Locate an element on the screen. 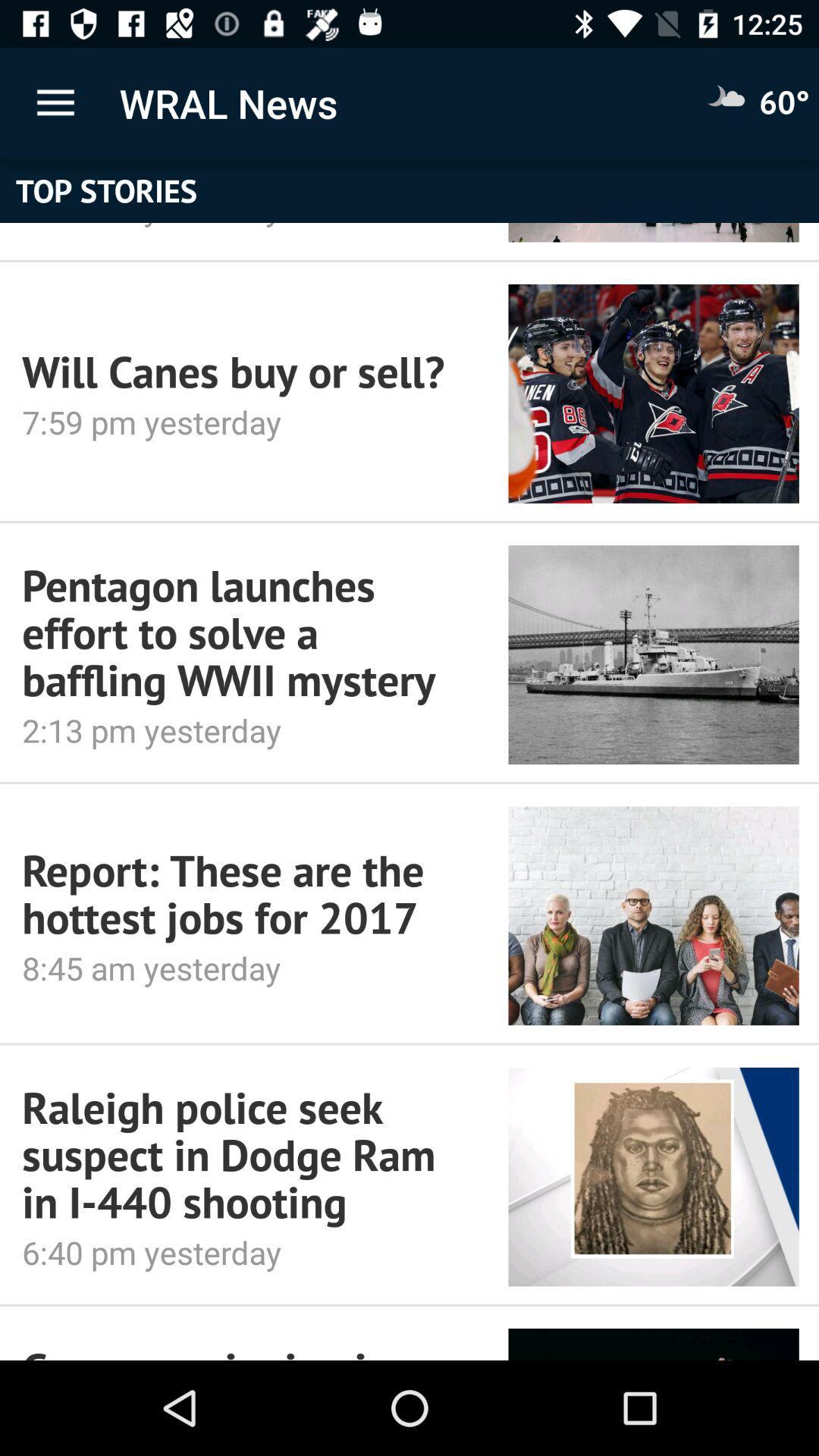 This screenshot has width=819, height=1456. the item to the right of the pentagon launches effort is located at coordinates (653, 654).